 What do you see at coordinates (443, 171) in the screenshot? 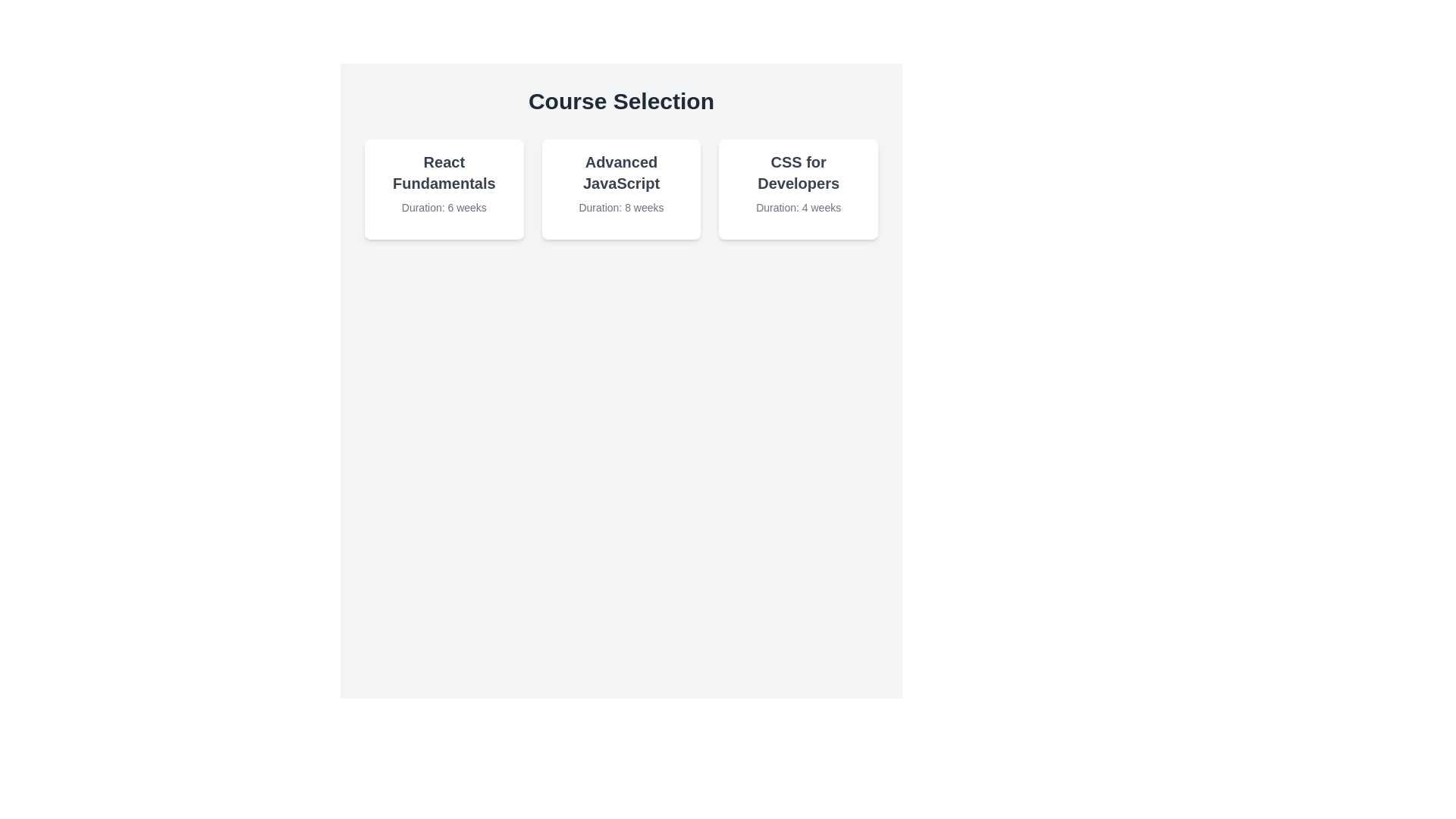
I see `the 'React Fundamentals' text label located in the top-left card of the layout, which represents the title of the course` at bounding box center [443, 171].